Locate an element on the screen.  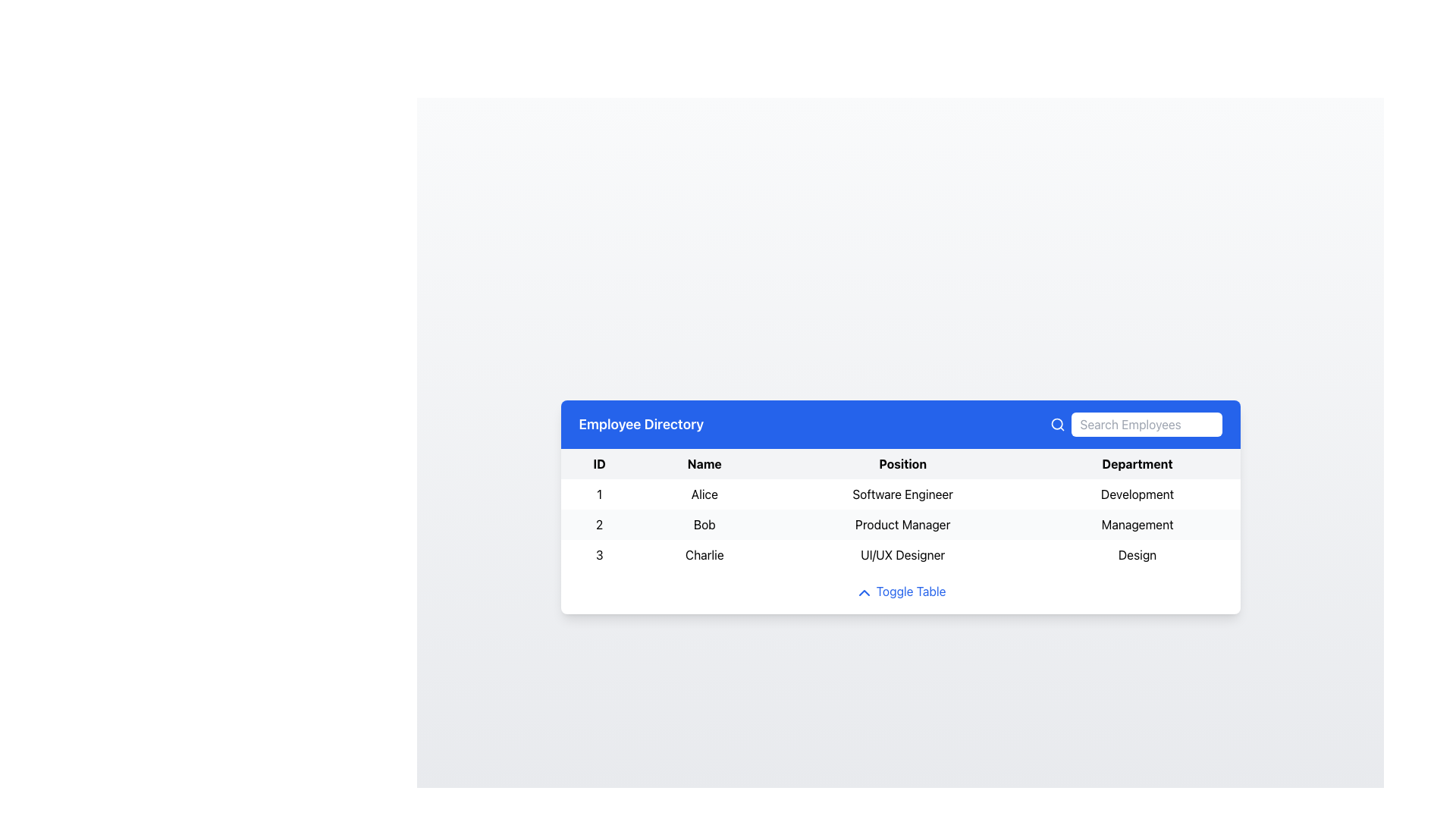
the 'Employee Directory' text label located at the upper-left corner of the header bar, indicating the section title is located at coordinates (641, 425).